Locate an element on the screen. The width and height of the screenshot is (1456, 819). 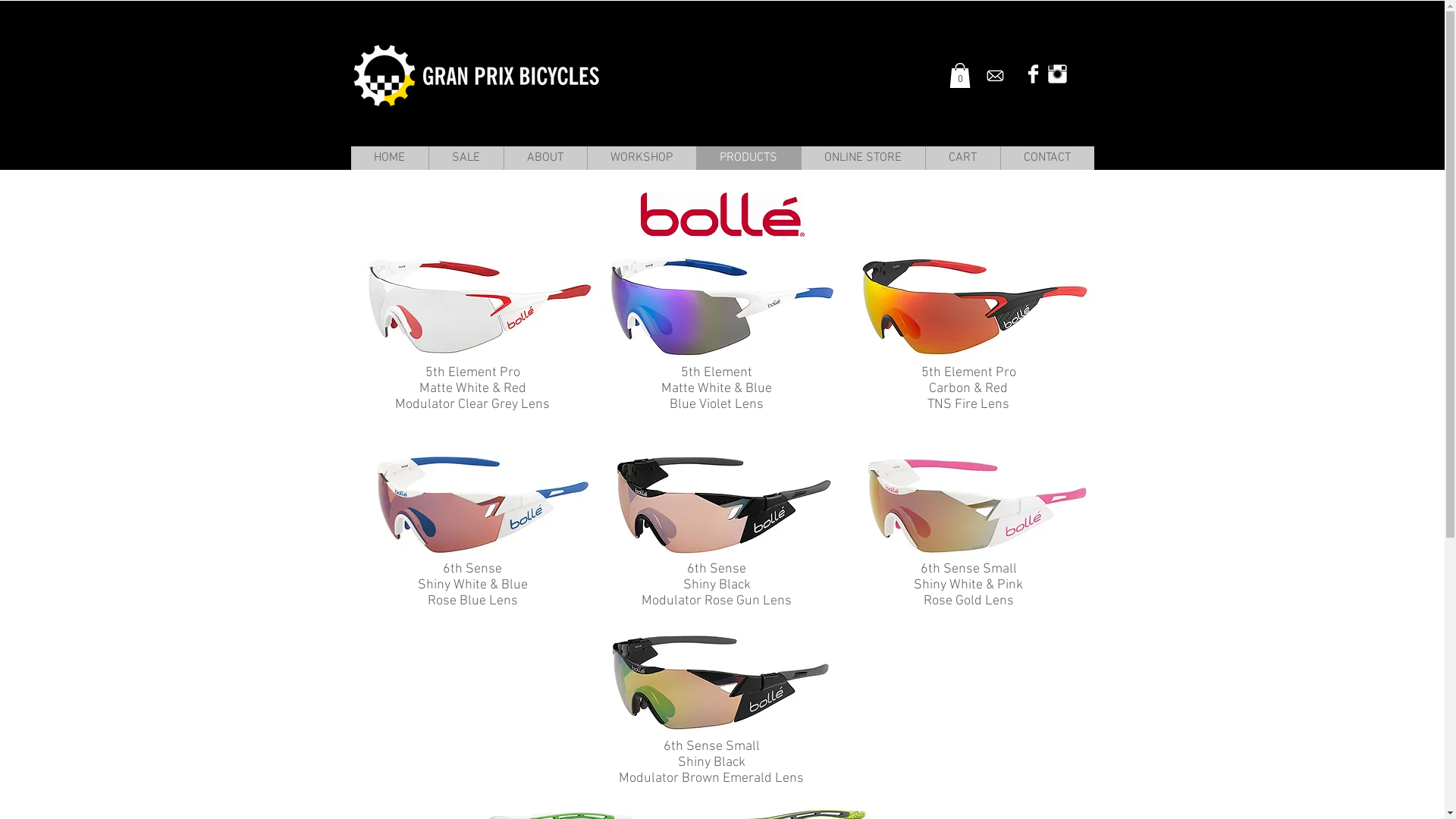
'Gran Prix Bicycles' is located at coordinates (475, 77).